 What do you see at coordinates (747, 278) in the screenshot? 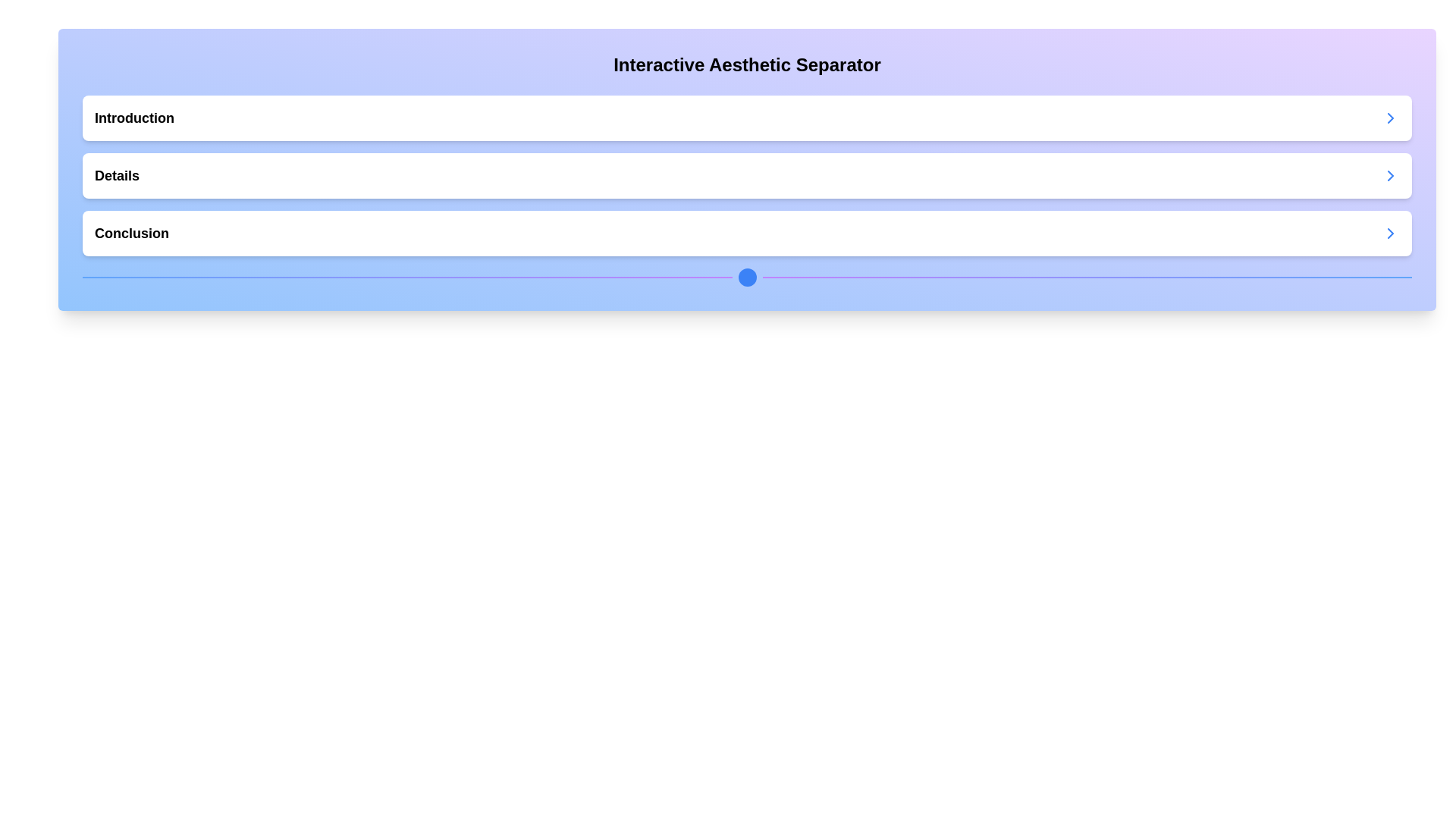
I see `the Decorative Line with Centered Dot, which serves as a visual separator at the bottom of the layout, enhancing the aesthetics of the interface` at bounding box center [747, 278].